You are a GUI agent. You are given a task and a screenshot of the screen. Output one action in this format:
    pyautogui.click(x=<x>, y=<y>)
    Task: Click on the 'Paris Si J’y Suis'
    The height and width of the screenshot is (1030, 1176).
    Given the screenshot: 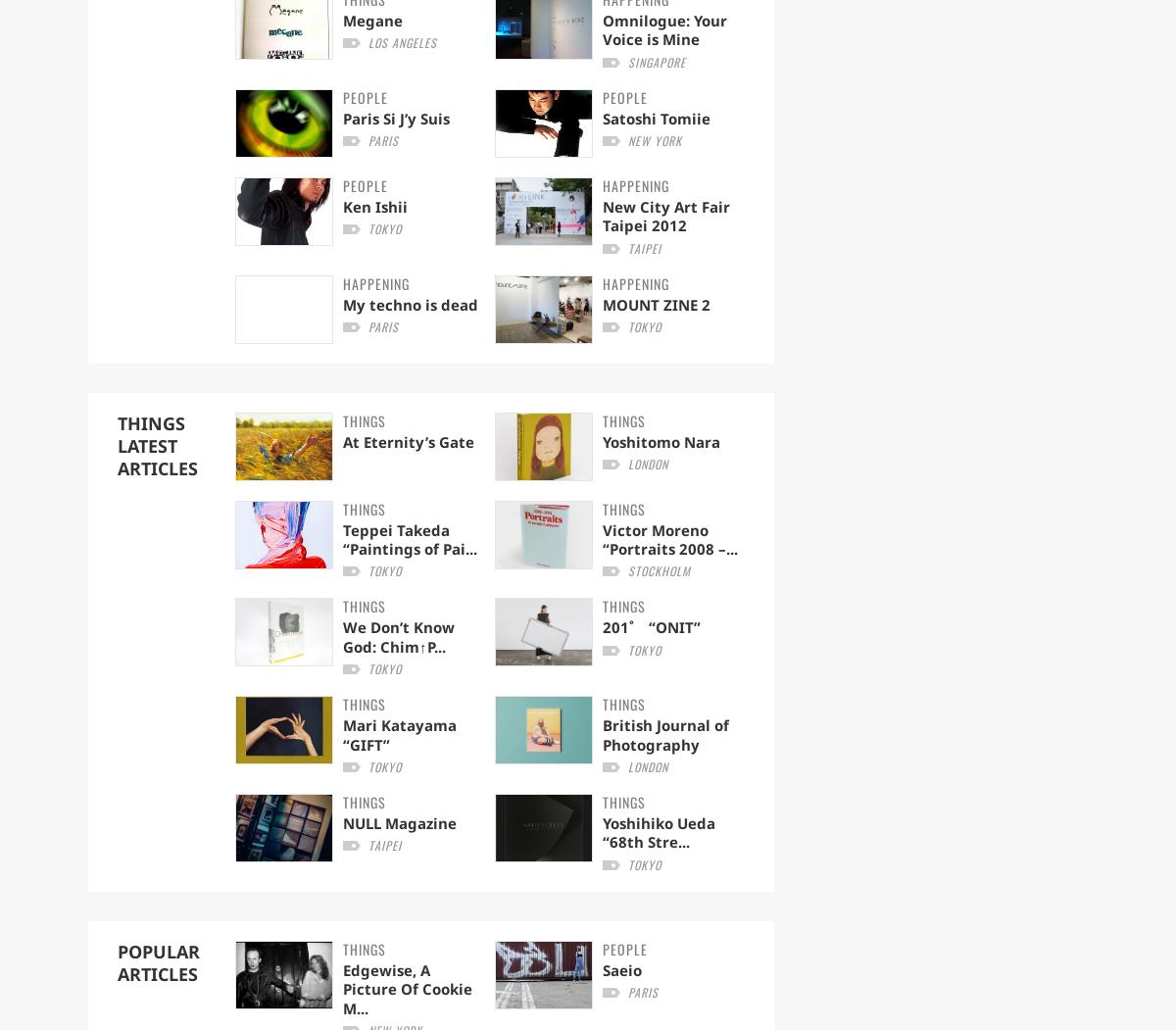 What is the action you would take?
    pyautogui.click(x=396, y=118)
    